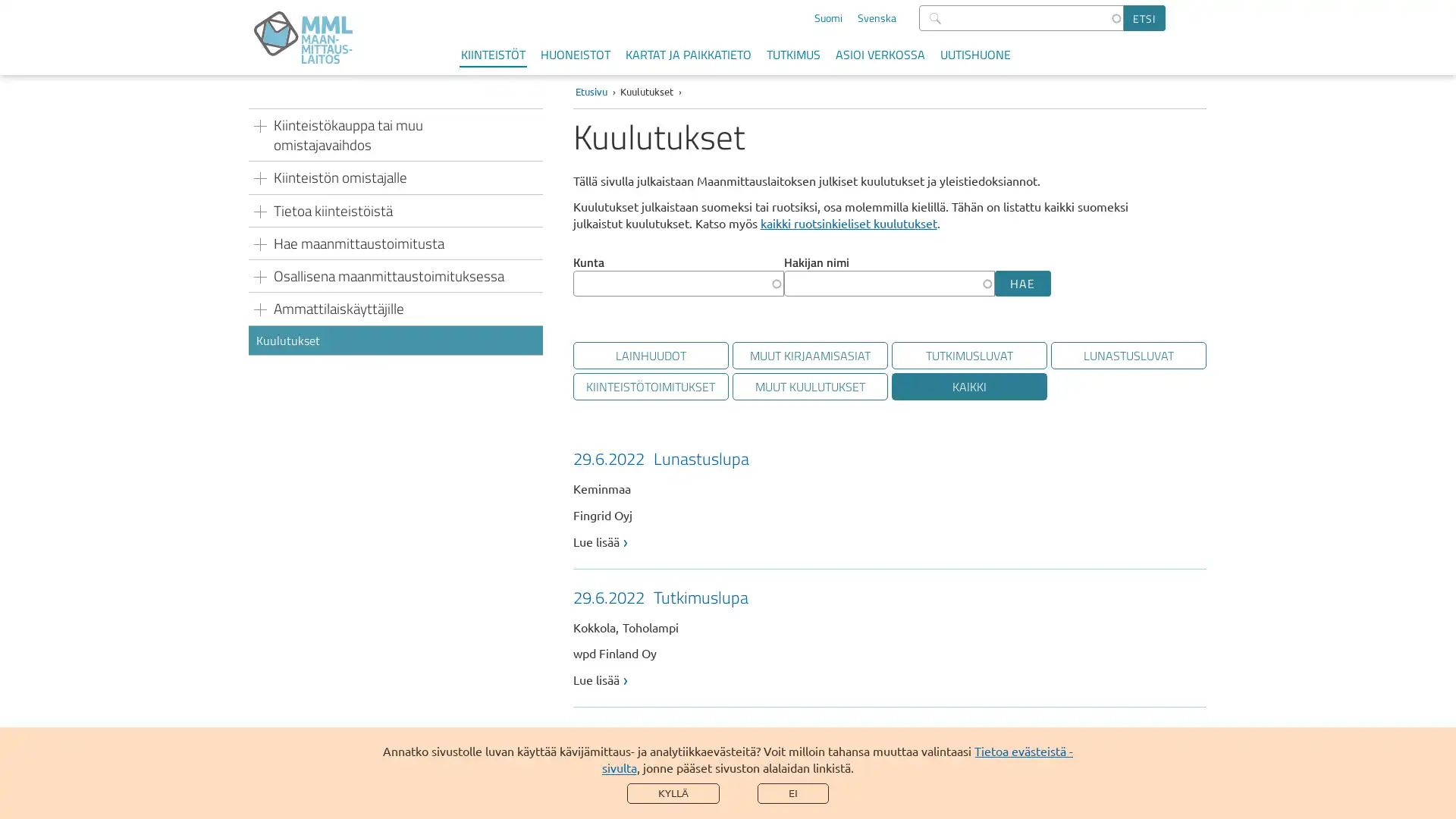 This screenshot has width=1456, height=819. I want to click on KAIKKI, so click(968, 385).